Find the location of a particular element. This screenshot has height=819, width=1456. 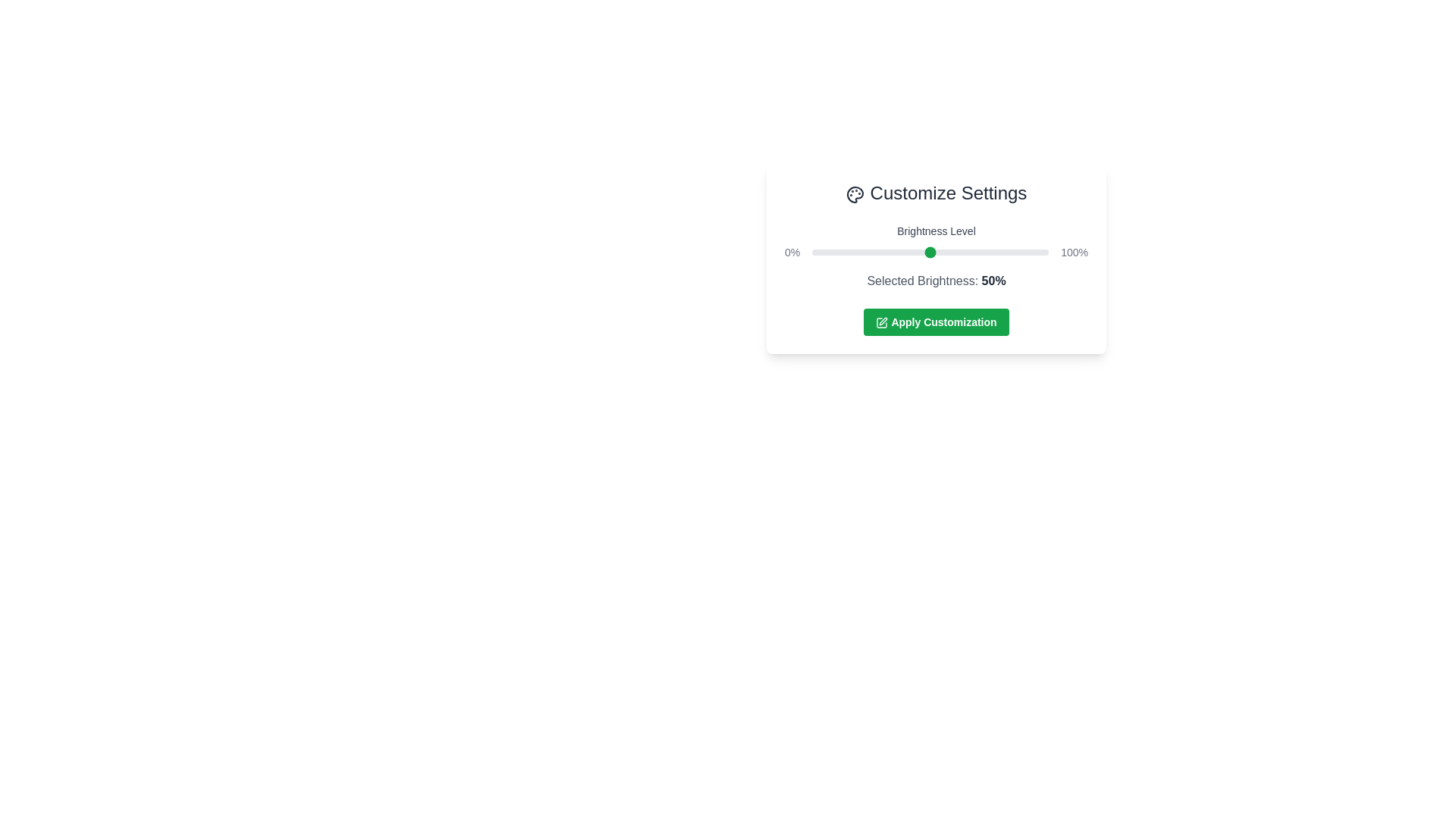

the brightness is located at coordinates (1022, 251).